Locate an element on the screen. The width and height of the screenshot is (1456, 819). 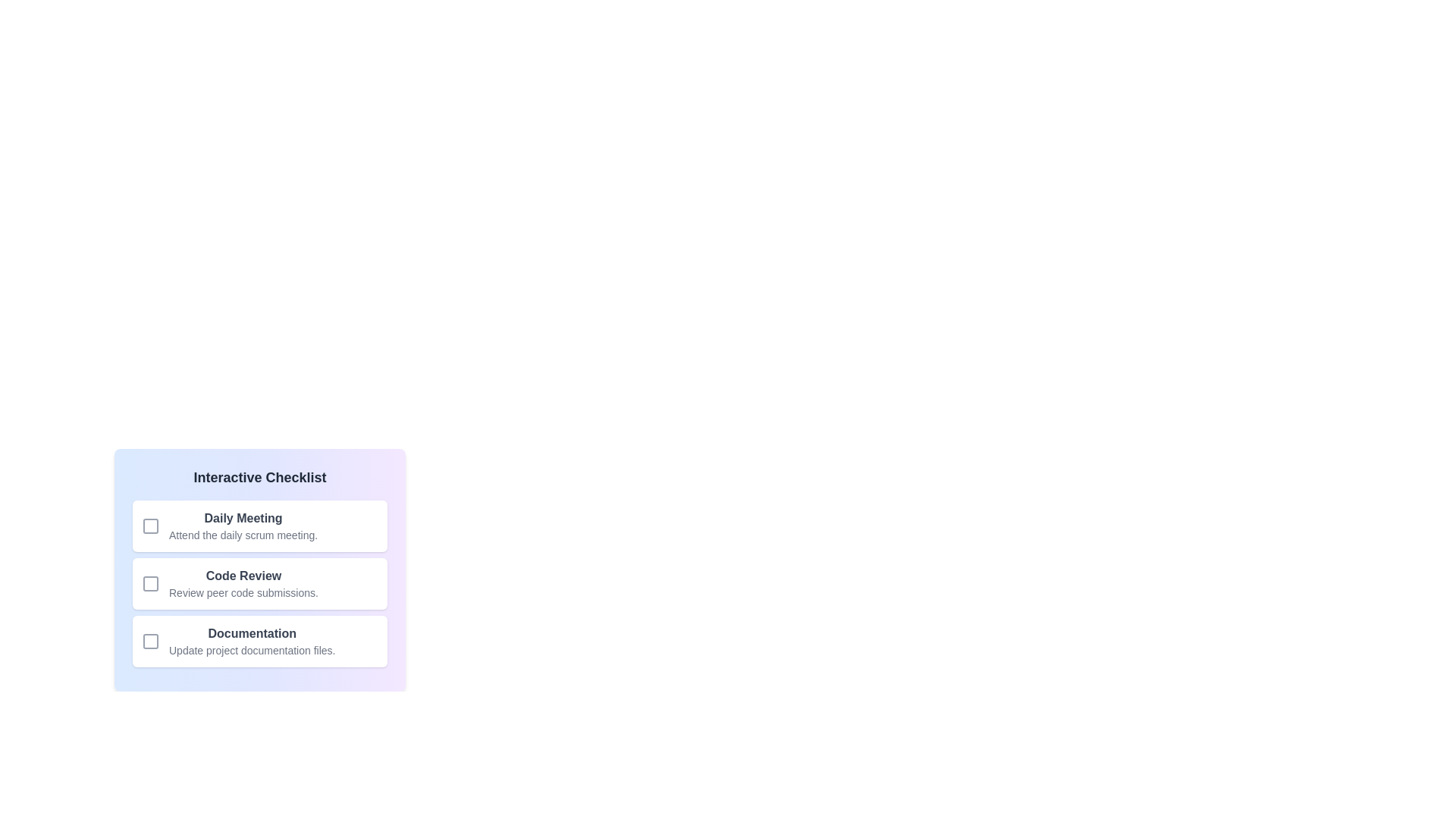
the checkbox is located at coordinates (150, 526).